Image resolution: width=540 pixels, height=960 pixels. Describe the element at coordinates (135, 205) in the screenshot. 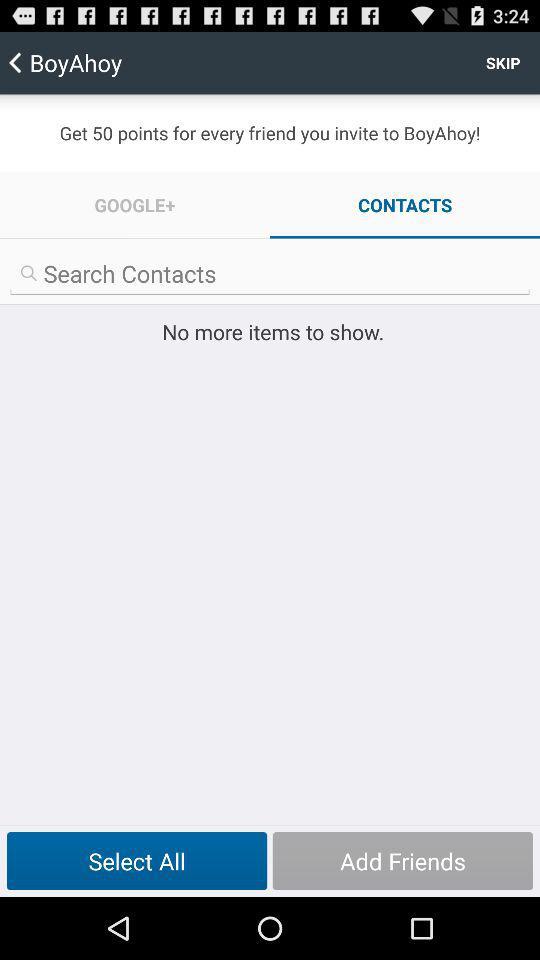

I see `the icon next to contacts` at that location.